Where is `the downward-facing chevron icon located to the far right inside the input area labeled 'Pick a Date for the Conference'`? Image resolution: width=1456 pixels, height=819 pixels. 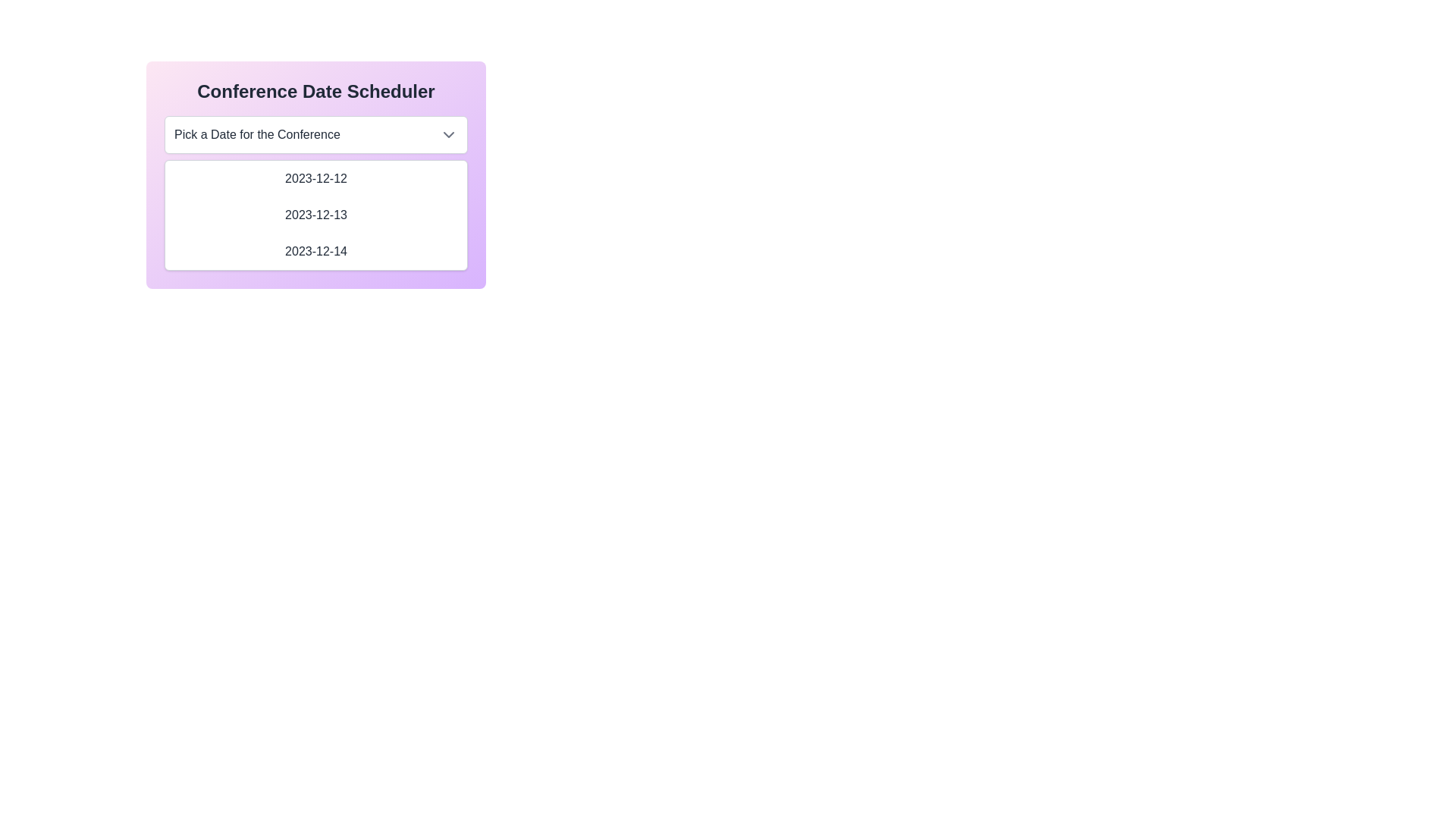
the downward-facing chevron icon located to the far right inside the input area labeled 'Pick a Date for the Conference' is located at coordinates (447, 133).